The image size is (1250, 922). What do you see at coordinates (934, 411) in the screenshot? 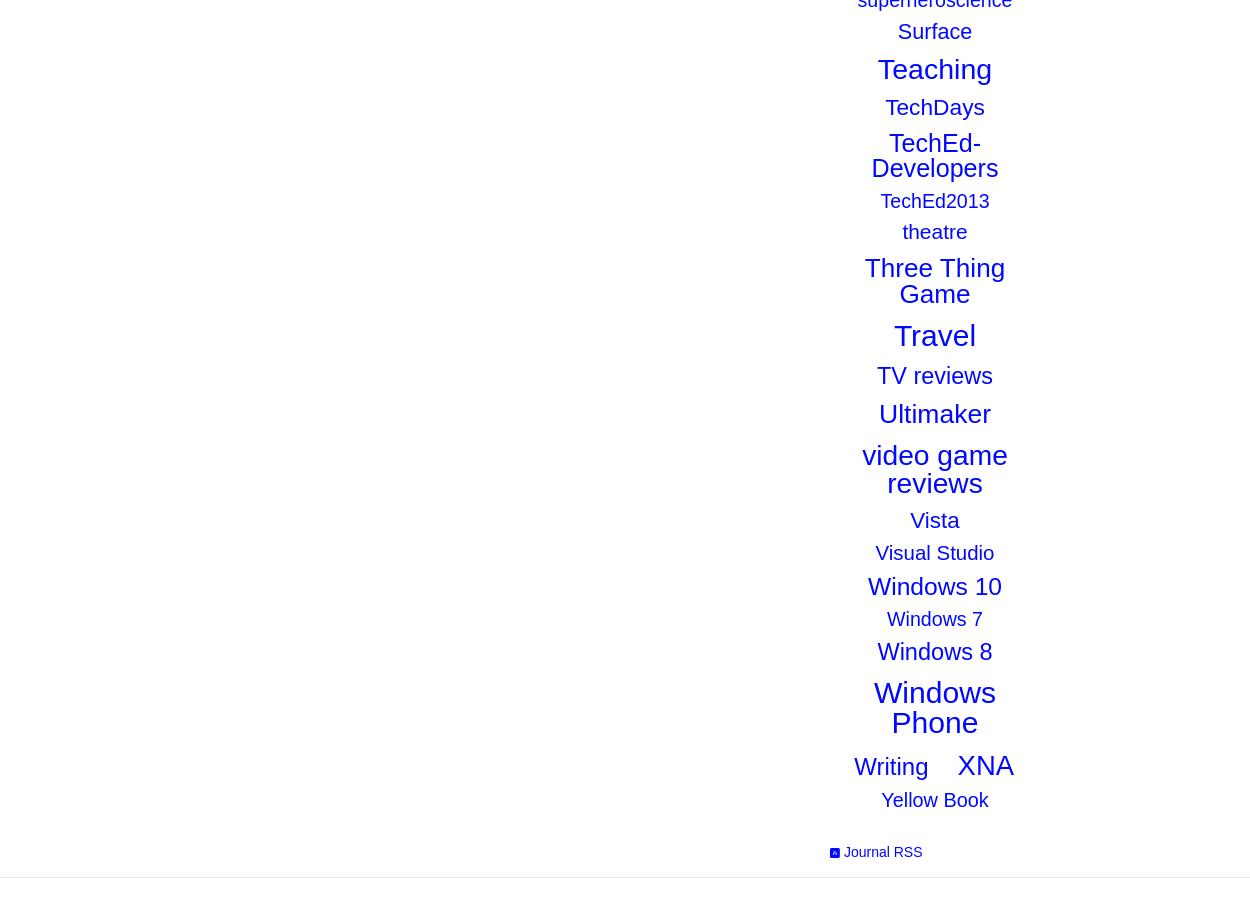
I see `'Ultimaker'` at bounding box center [934, 411].